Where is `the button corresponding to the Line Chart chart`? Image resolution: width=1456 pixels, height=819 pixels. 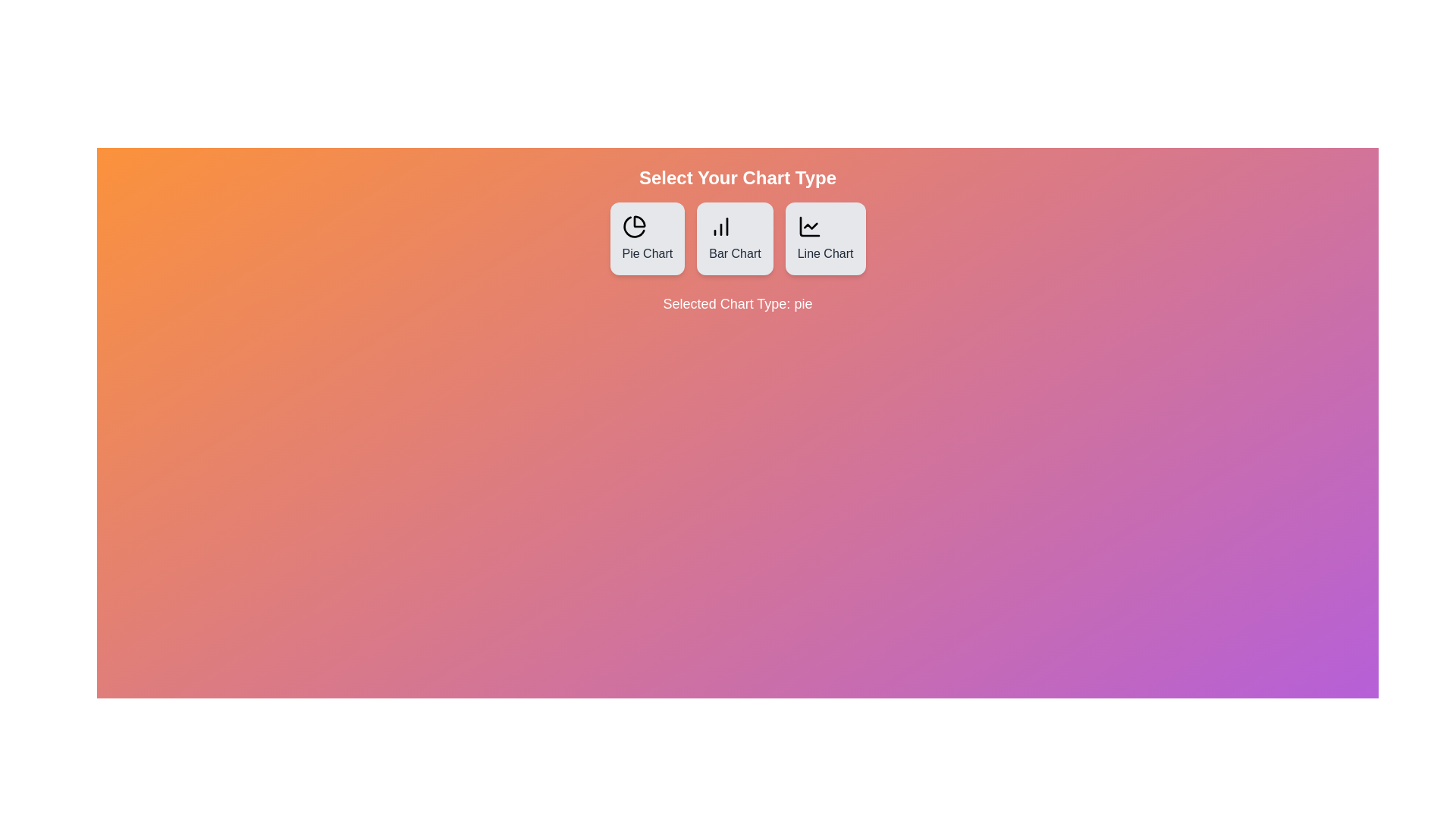 the button corresponding to the Line Chart chart is located at coordinates (825, 239).